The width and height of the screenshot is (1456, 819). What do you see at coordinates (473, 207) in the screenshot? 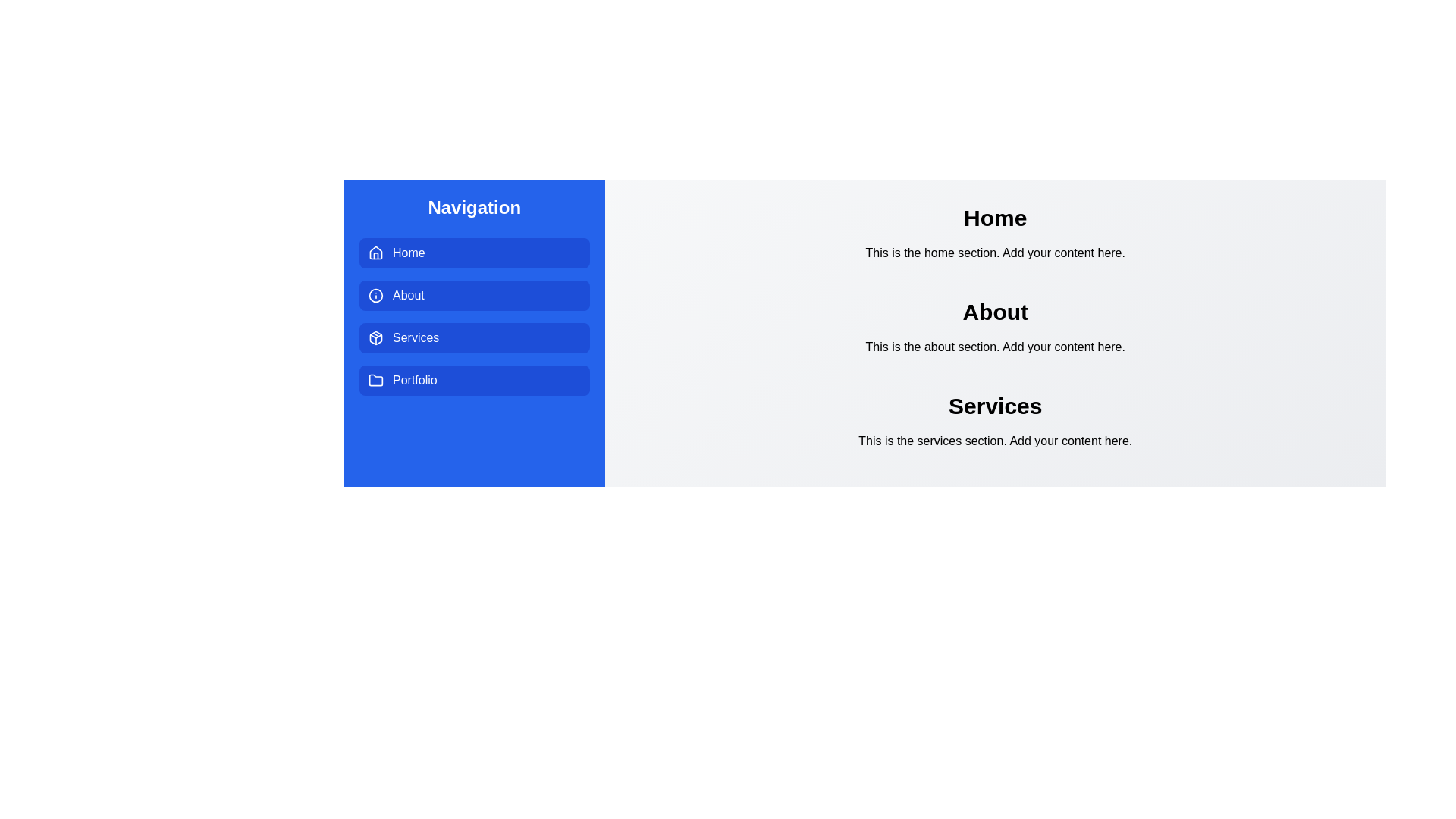
I see `the static text element serving as a header or title, located at the top of the vertical navigation panel` at bounding box center [473, 207].